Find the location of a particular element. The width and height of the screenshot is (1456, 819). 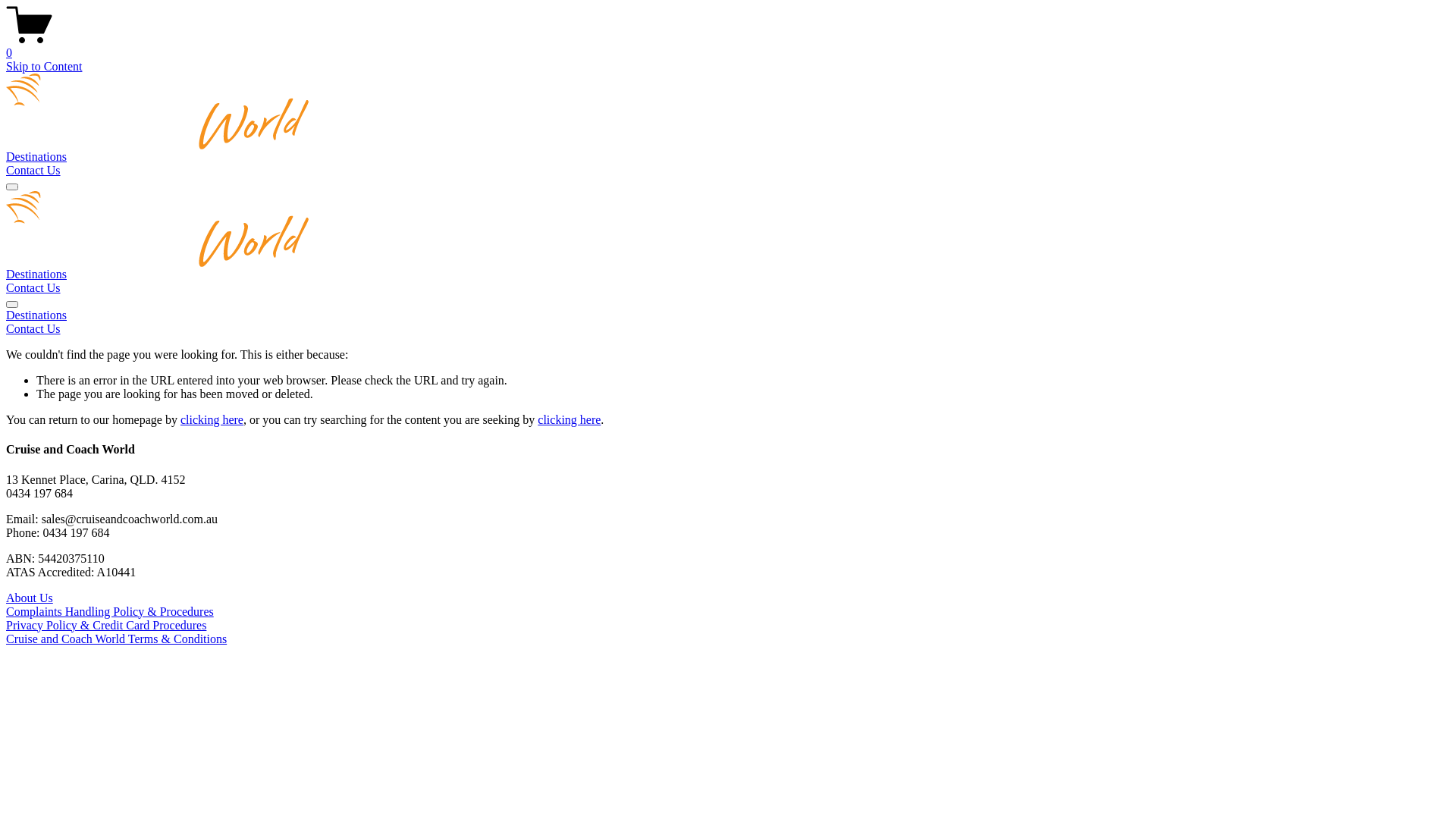

'Skip to Content' is located at coordinates (43, 65).